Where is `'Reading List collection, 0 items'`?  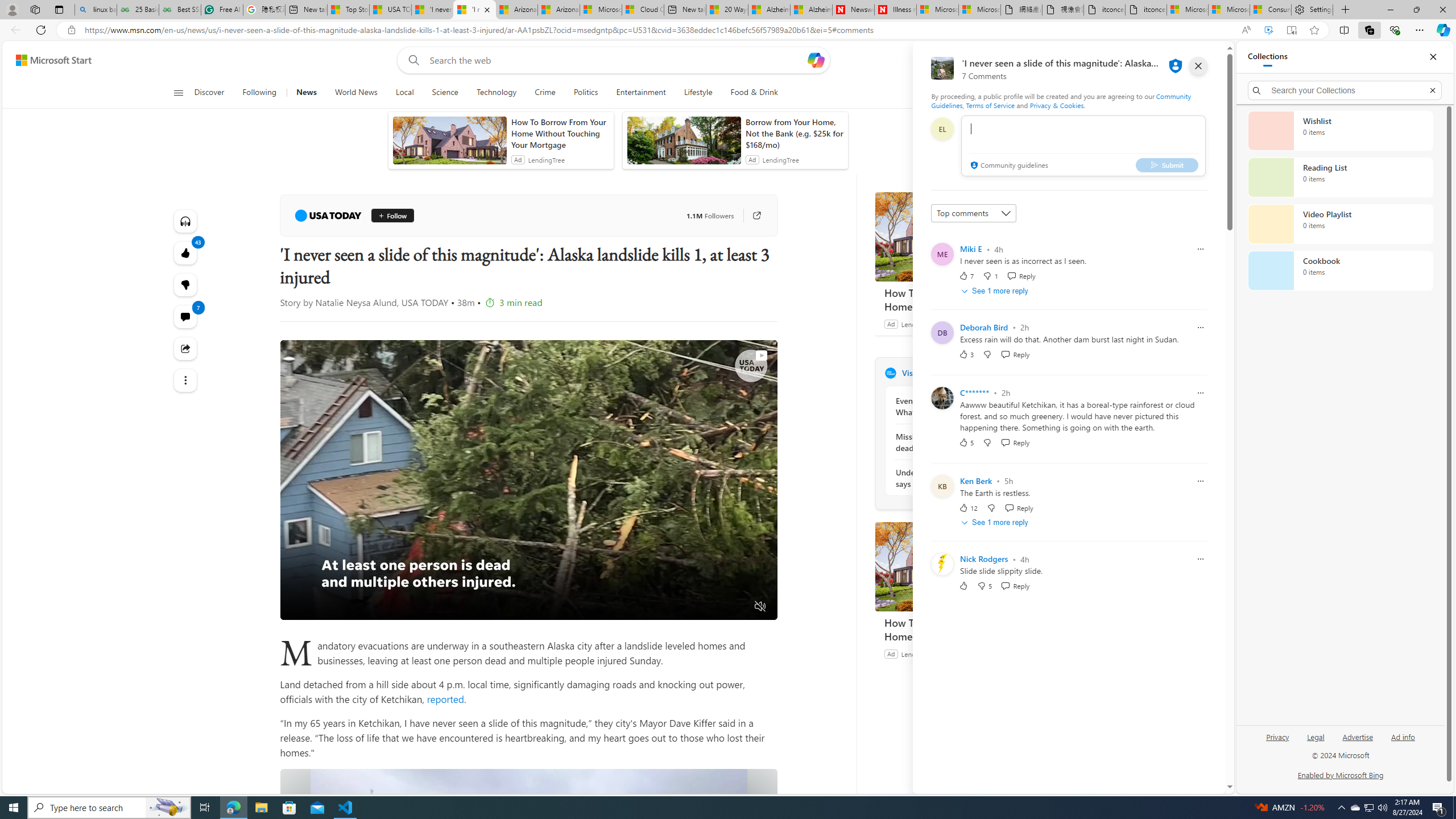
'Reading List collection, 0 items' is located at coordinates (1340, 176).